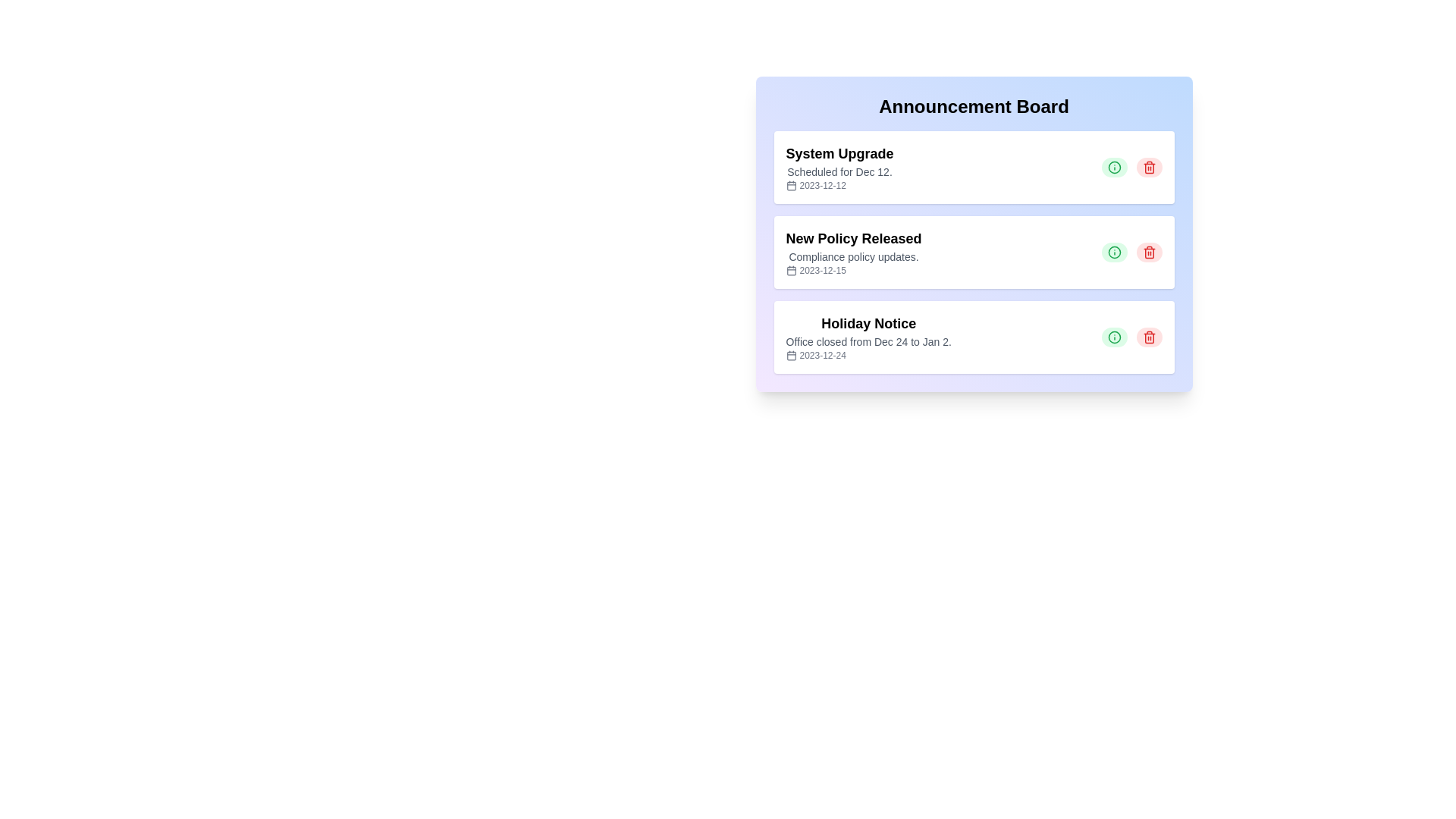 The height and width of the screenshot is (819, 1456). Describe the element at coordinates (1114, 336) in the screenshot. I see `the detail button for the announcement titled 'Holiday Notice'` at that location.